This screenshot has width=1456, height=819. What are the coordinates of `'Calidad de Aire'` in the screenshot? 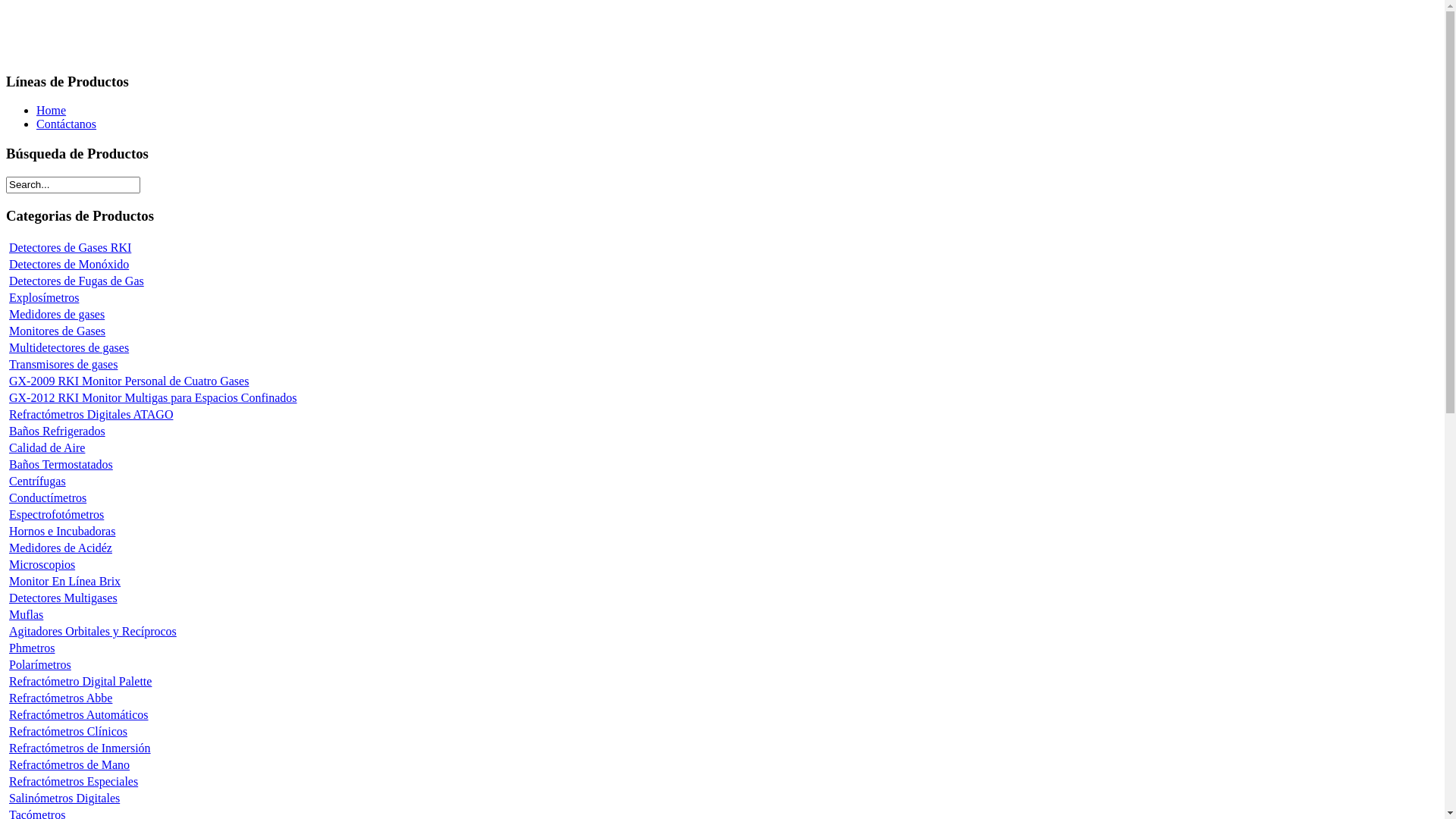 It's located at (47, 447).